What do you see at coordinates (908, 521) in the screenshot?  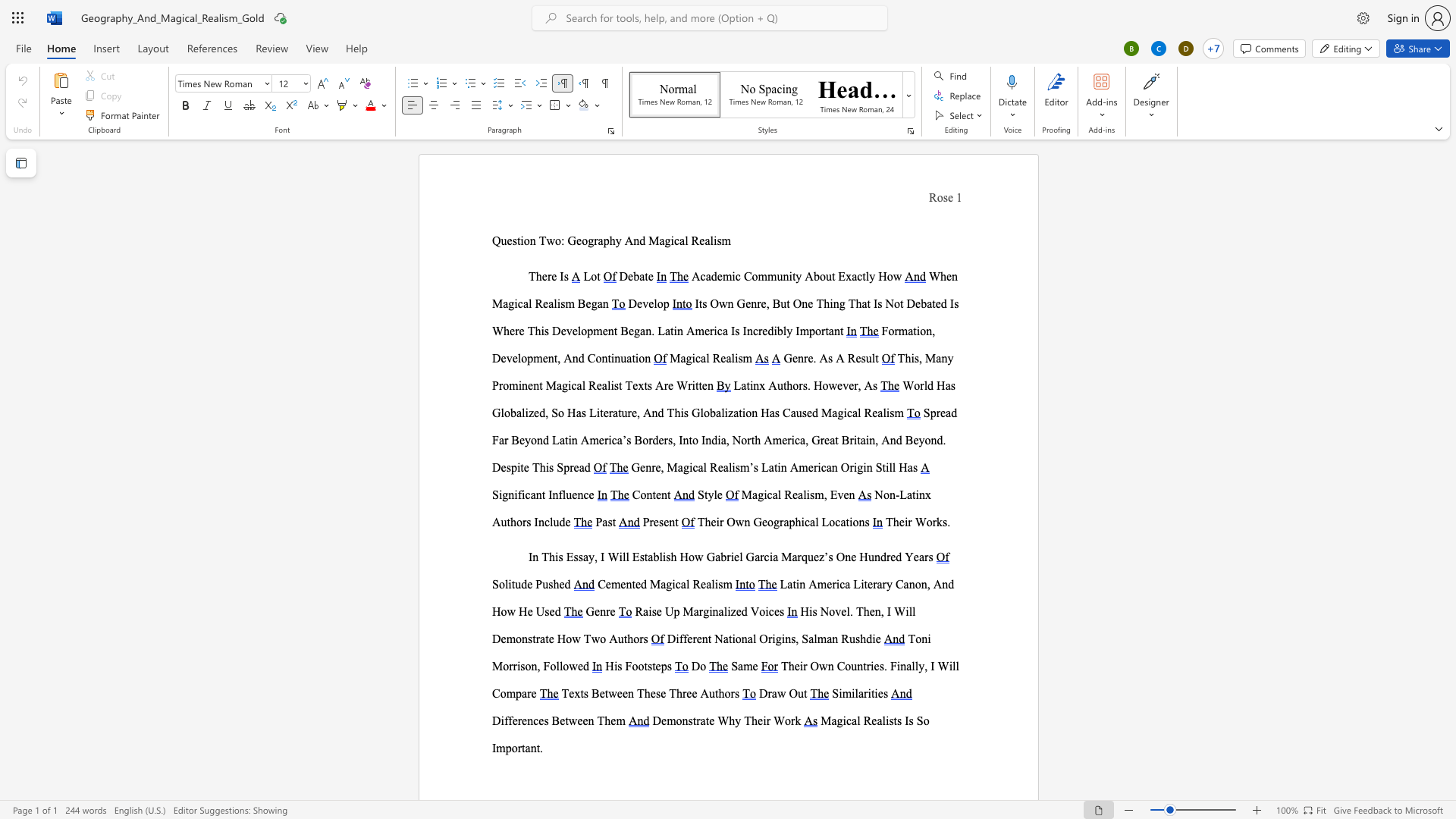 I see `the space between the continuous character "i" and "r" in the text` at bounding box center [908, 521].